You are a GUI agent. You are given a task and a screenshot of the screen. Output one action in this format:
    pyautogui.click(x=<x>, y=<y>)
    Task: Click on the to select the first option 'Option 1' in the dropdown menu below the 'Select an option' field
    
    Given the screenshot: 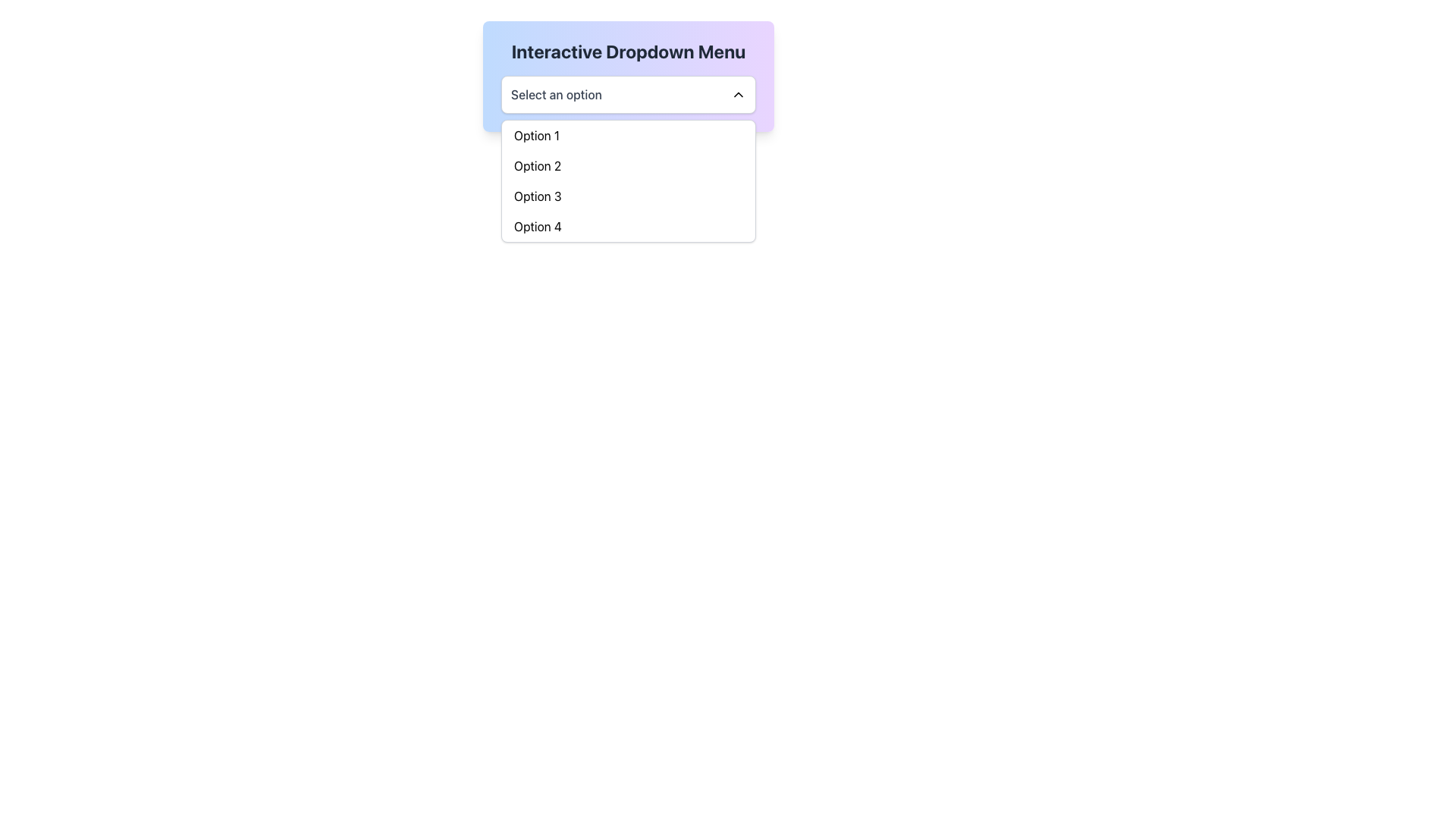 What is the action you would take?
    pyautogui.click(x=629, y=134)
    